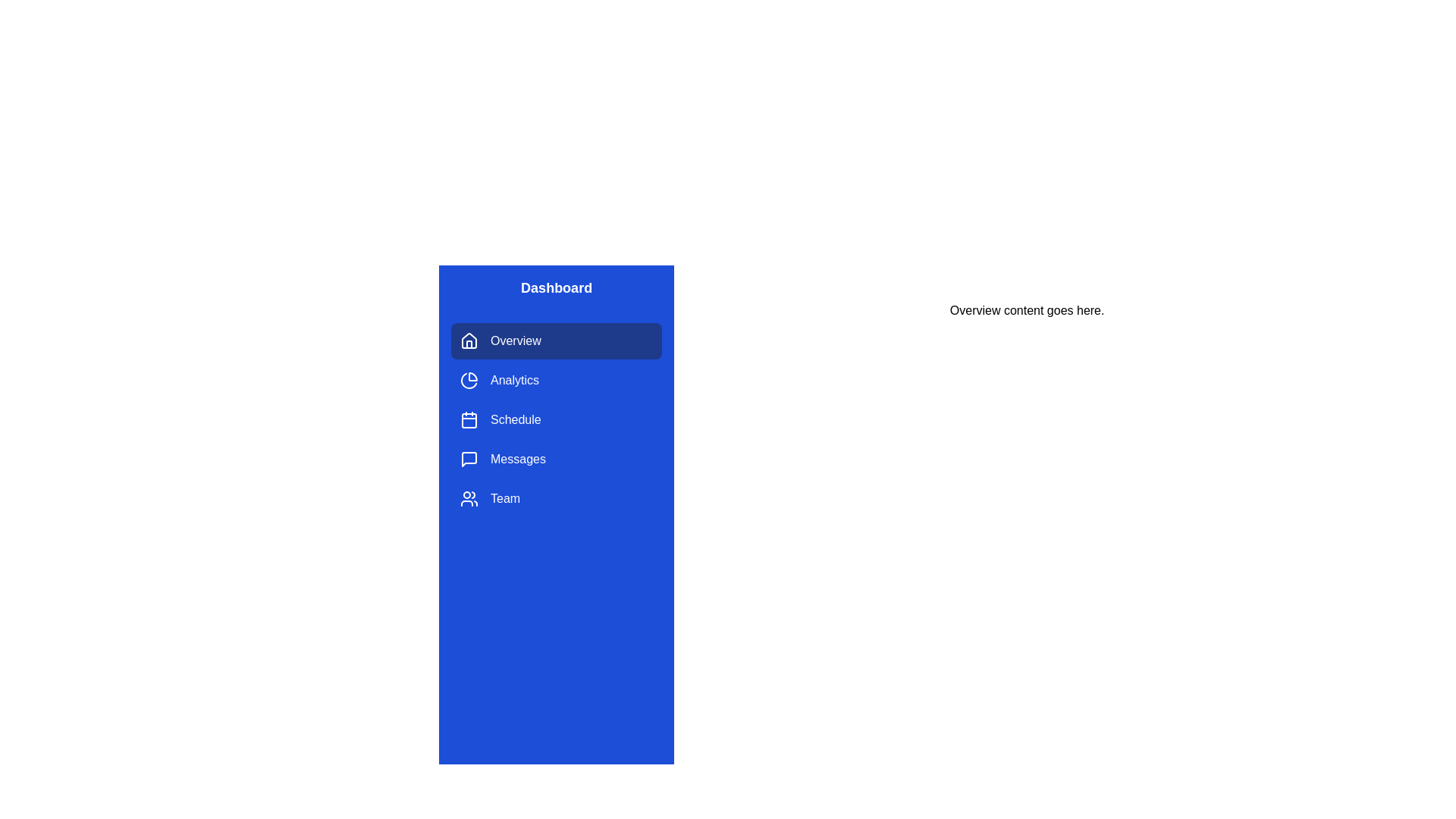  What do you see at coordinates (469, 458) in the screenshot?
I see `the decorative 'Messages' icon in the blue vertical navigation menu, located between 'Schedule' and 'Team'` at bounding box center [469, 458].